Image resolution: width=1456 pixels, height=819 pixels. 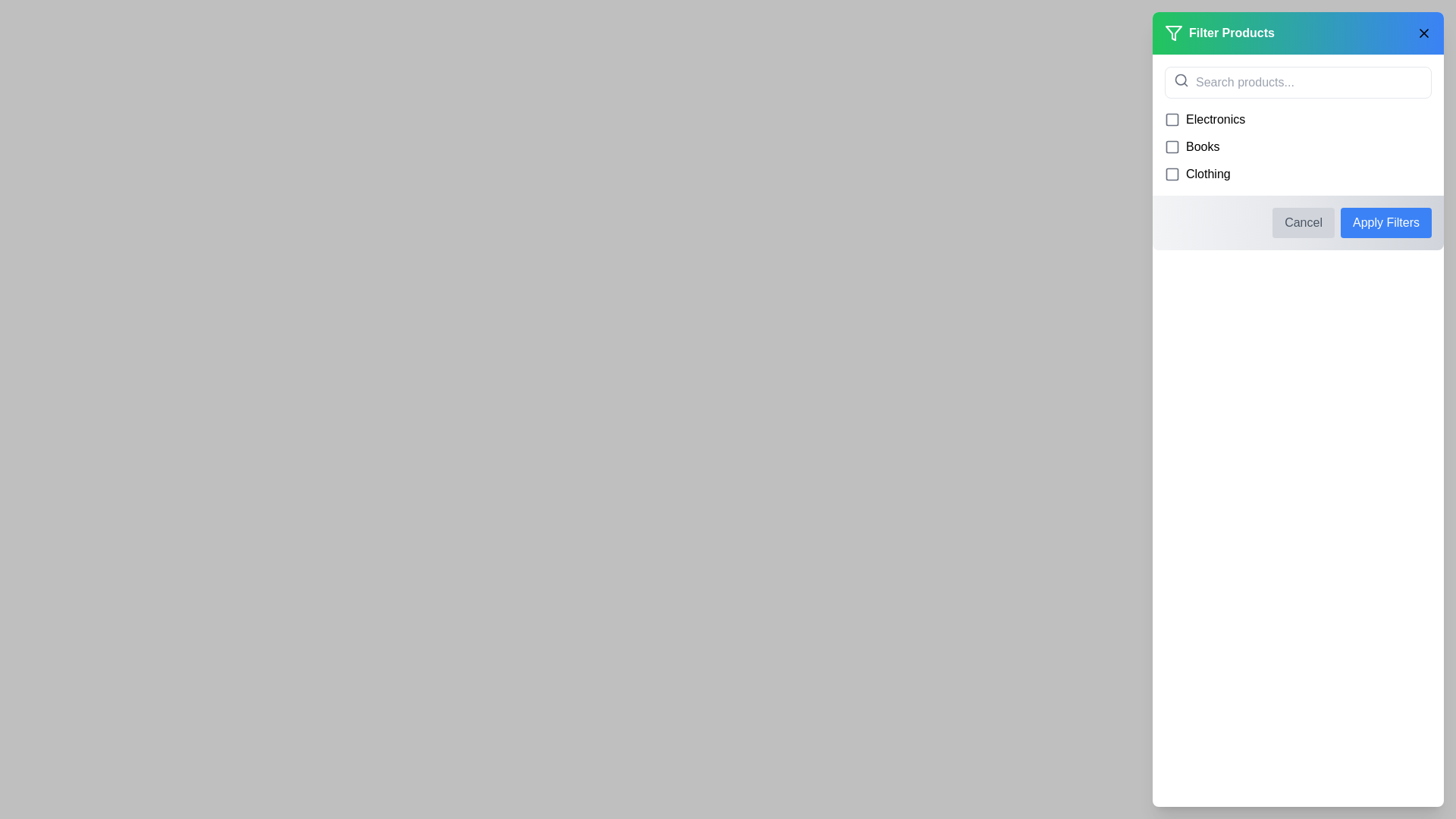 I want to click on the checkbox indicator, so click(x=1171, y=174).